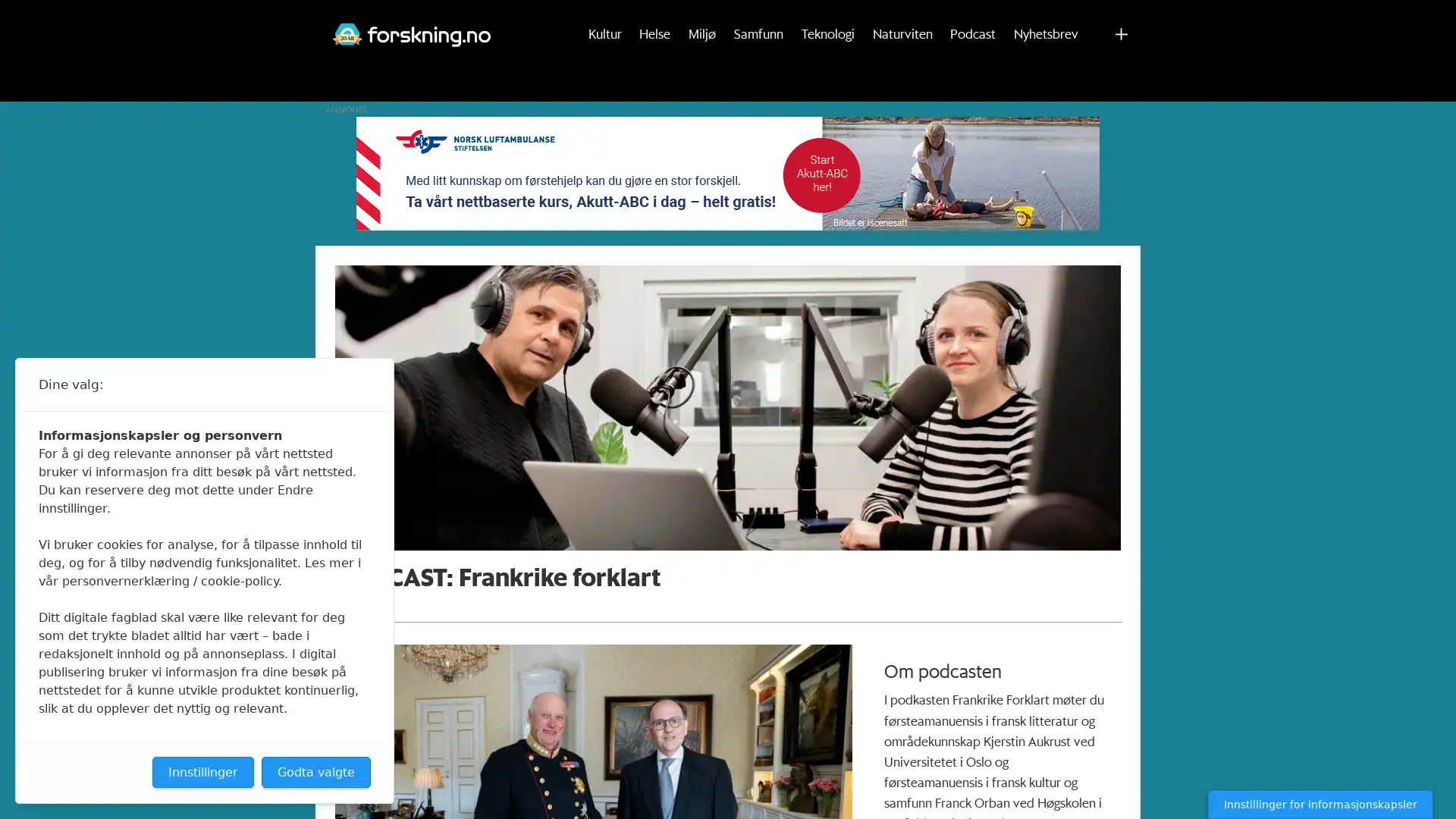 The width and height of the screenshot is (1456, 819). What do you see at coordinates (1041, 17) in the screenshot?
I see `logo for forskersonen.no` at bounding box center [1041, 17].